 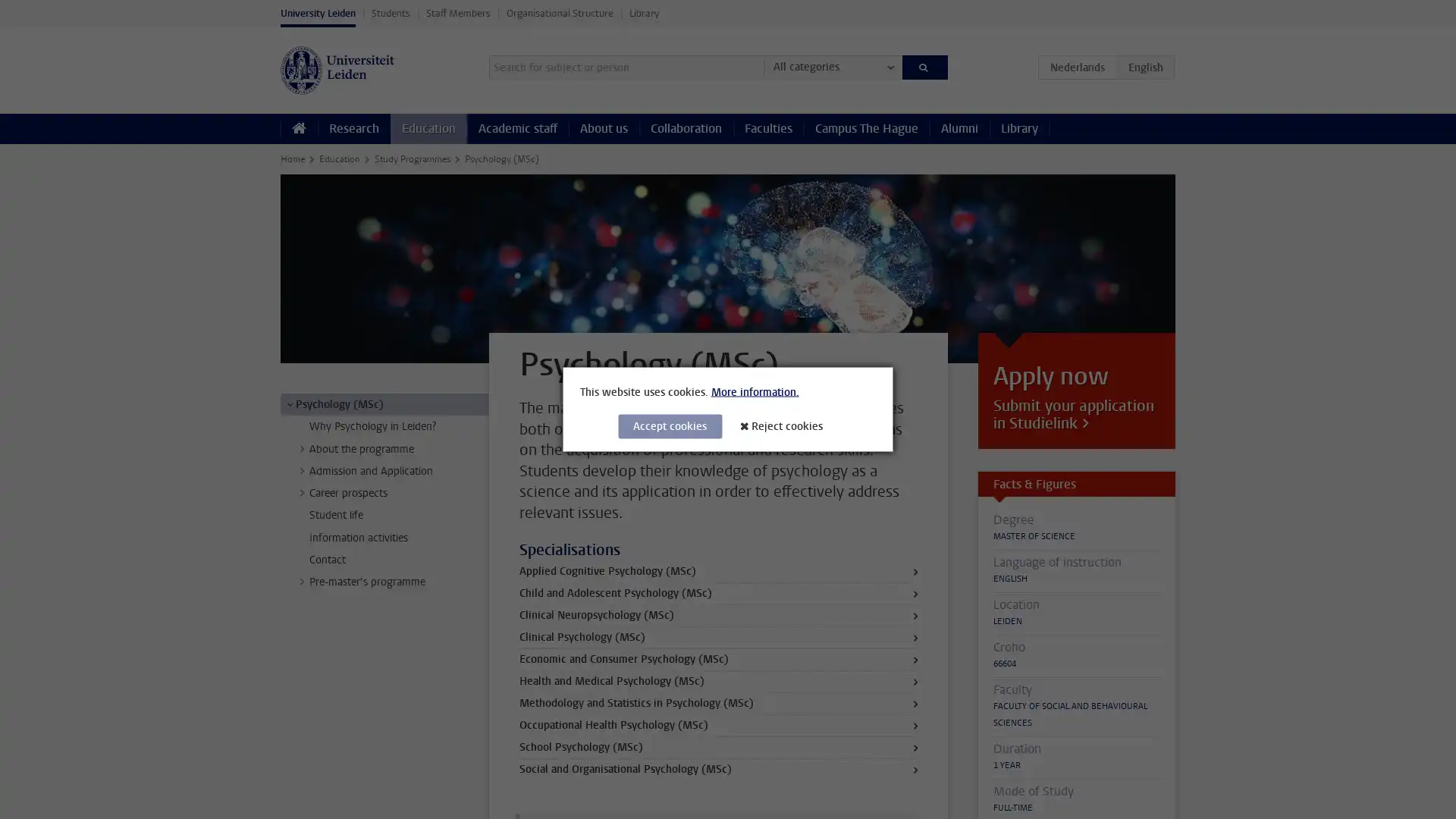 I want to click on >, so click(x=302, y=447).